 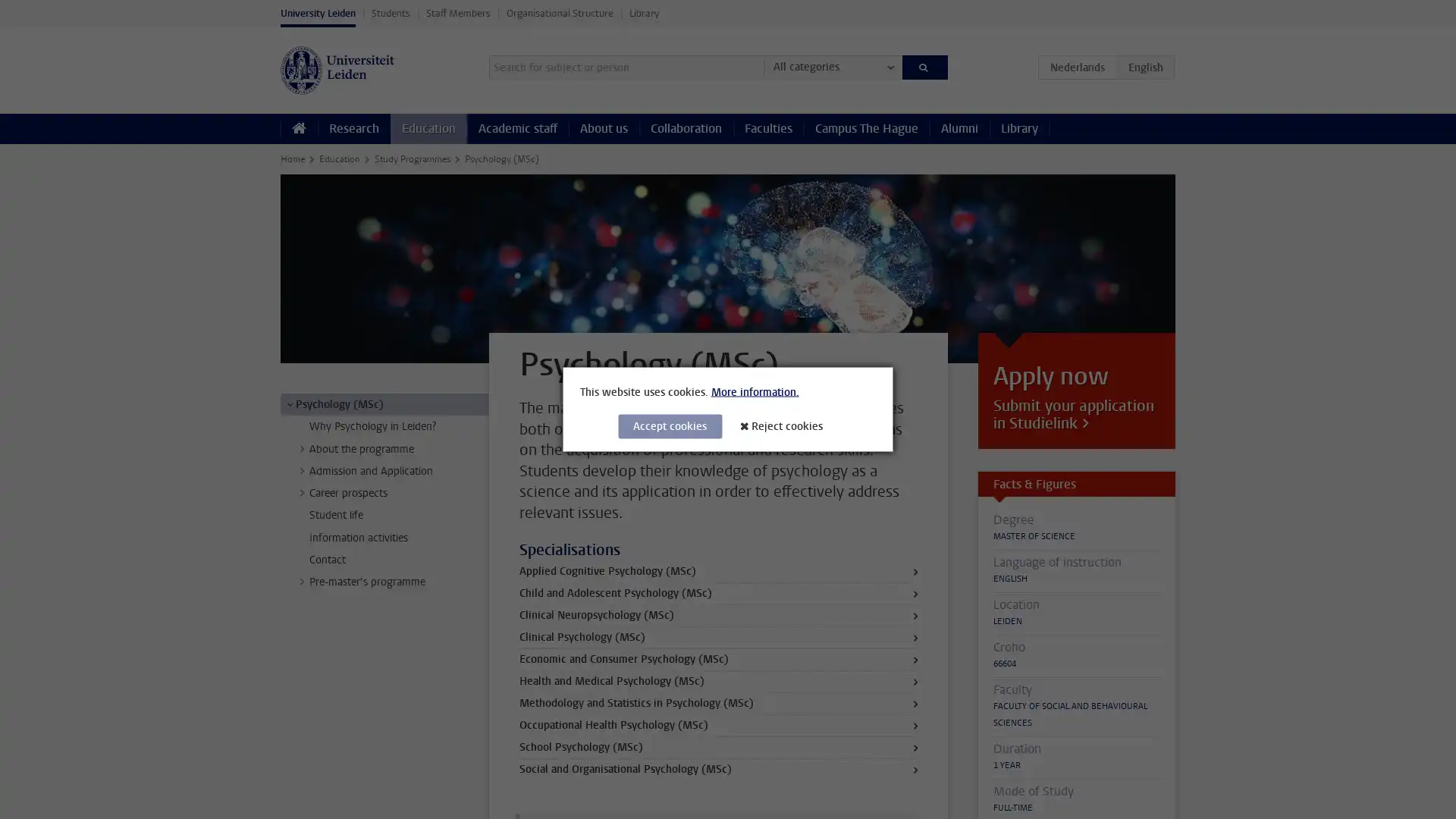 I want to click on >, so click(x=302, y=447).